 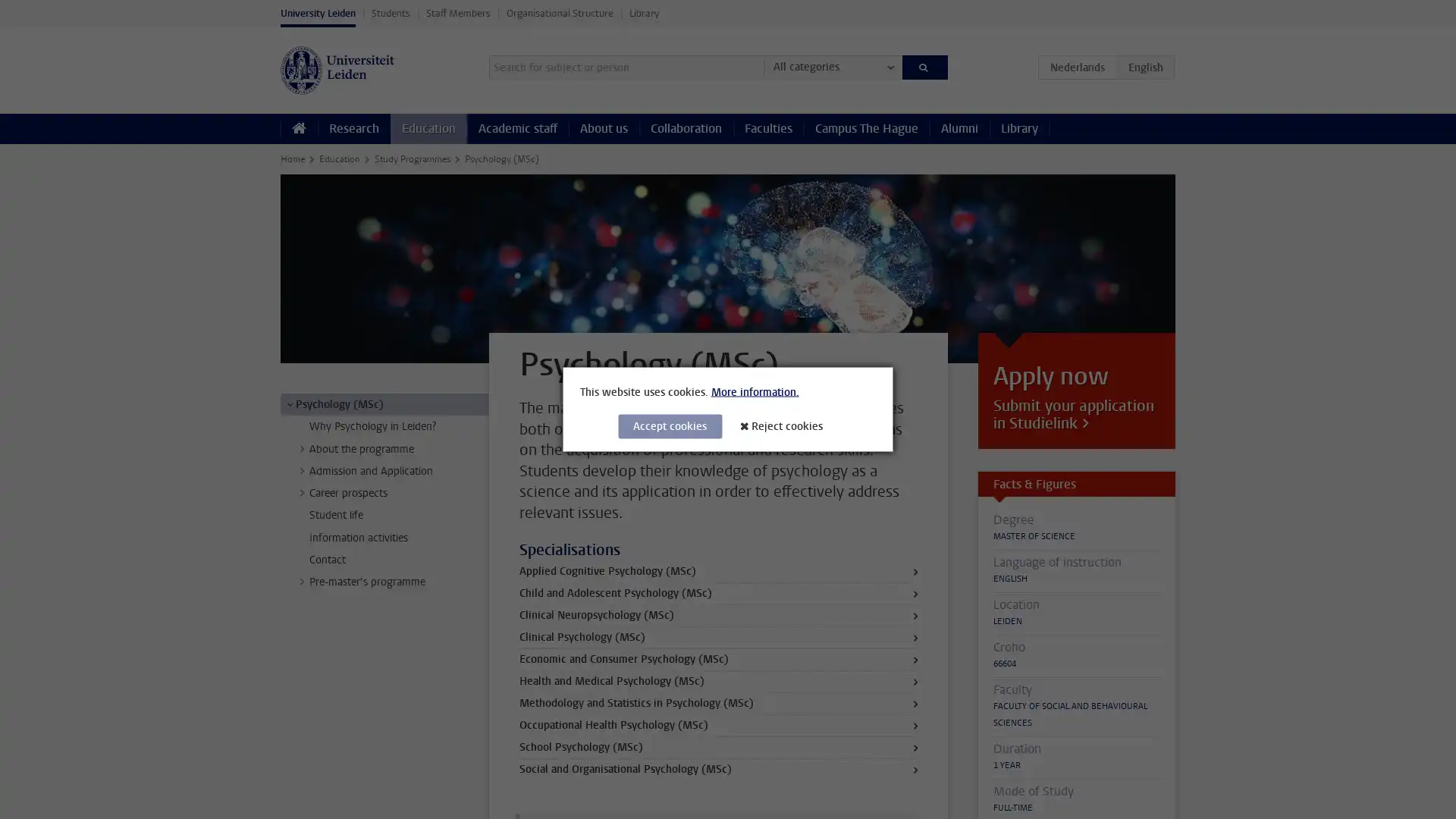 I want to click on >, so click(x=302, y=447).